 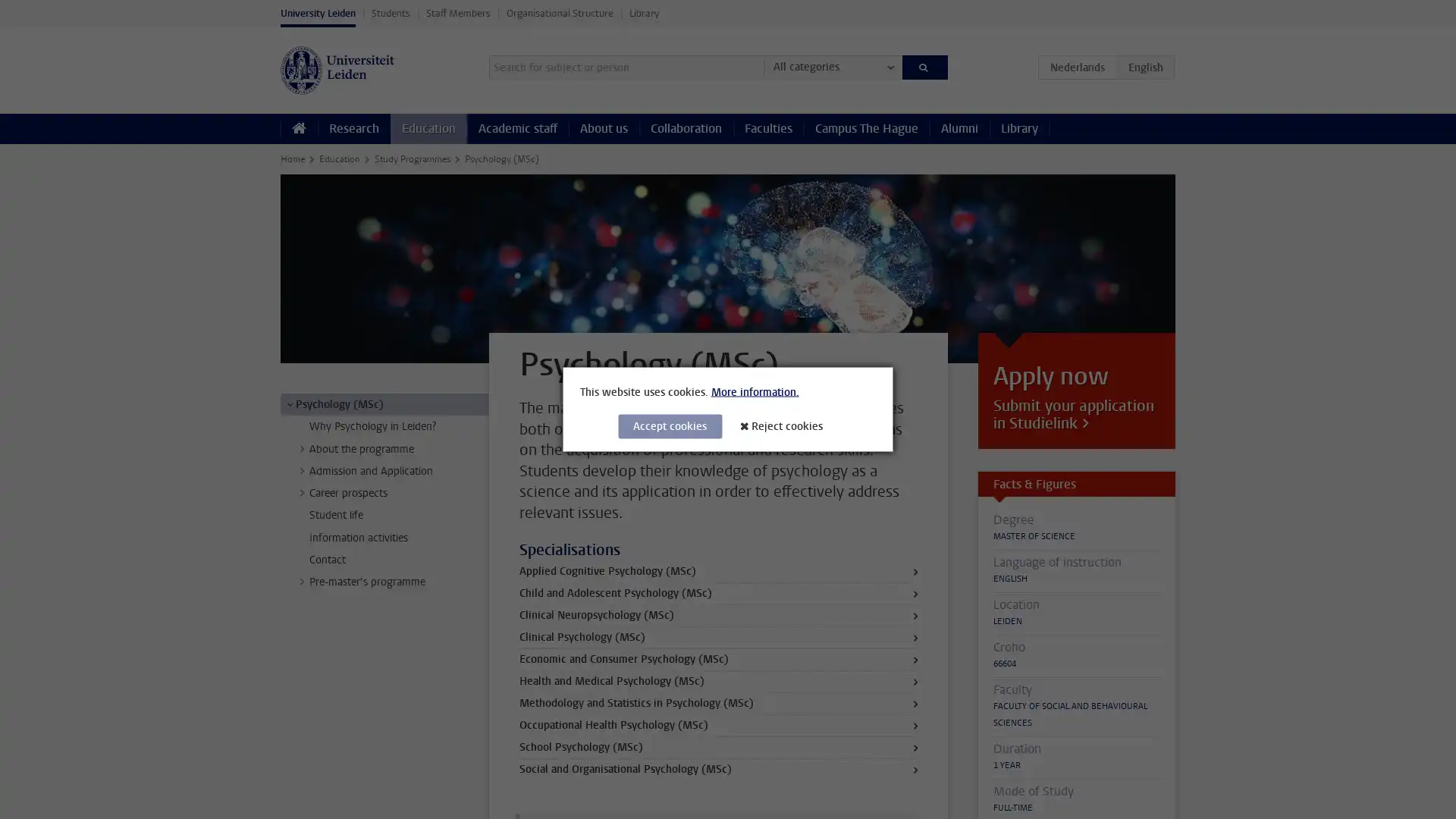 I want to click on >, so click(x=302, y=447).